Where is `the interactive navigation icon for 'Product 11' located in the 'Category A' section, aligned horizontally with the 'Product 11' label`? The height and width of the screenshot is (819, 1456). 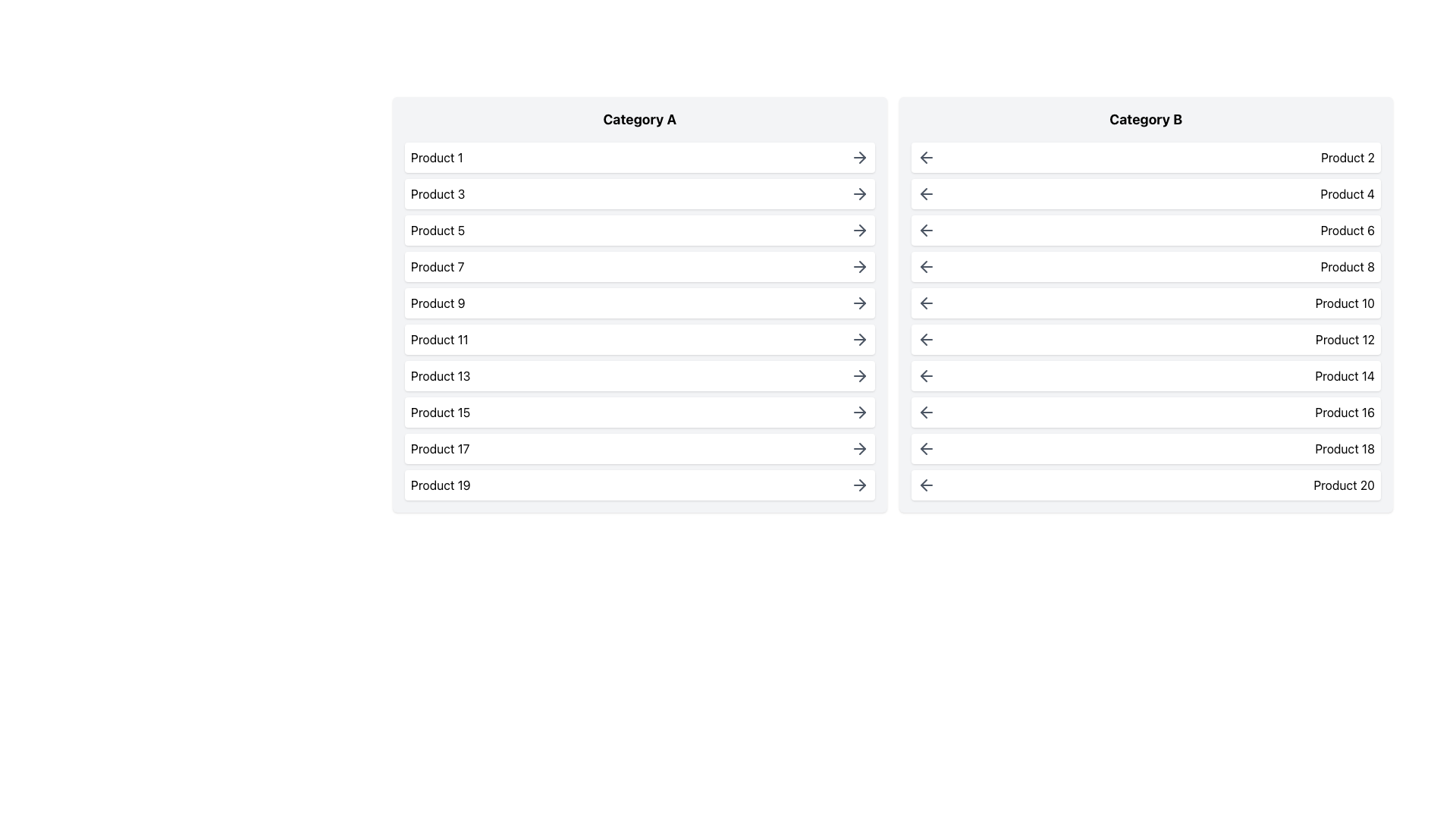 the interactive navigation icon for 'Product 11' located in the 'Category A' section, aligned horizontally with the 'Product 11' label is located at coordinates (862, 338).